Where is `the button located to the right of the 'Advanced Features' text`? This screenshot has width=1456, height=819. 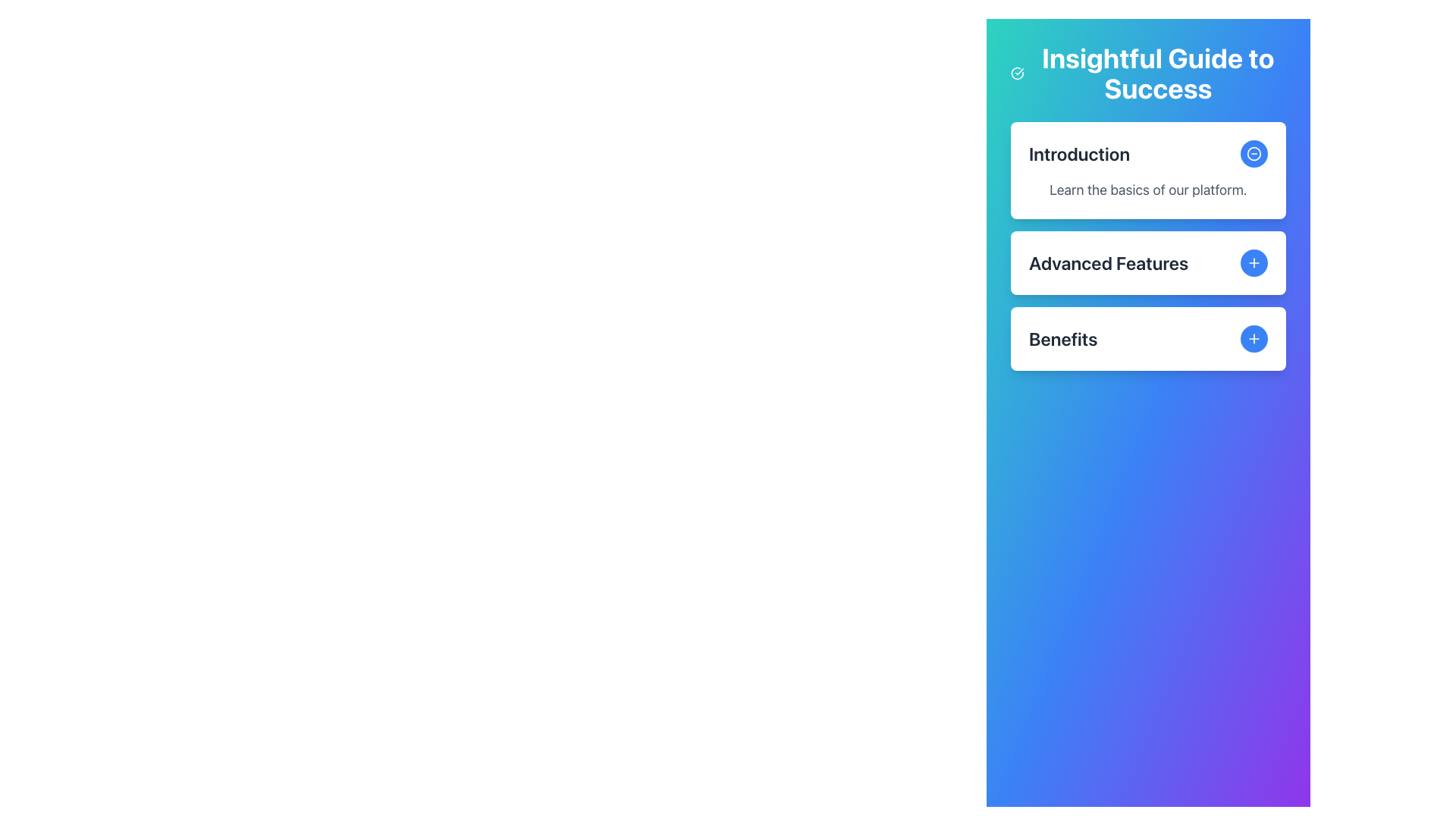 the button located to the right of the 'Advanced Features' text is located at coordinates (1254, 262).